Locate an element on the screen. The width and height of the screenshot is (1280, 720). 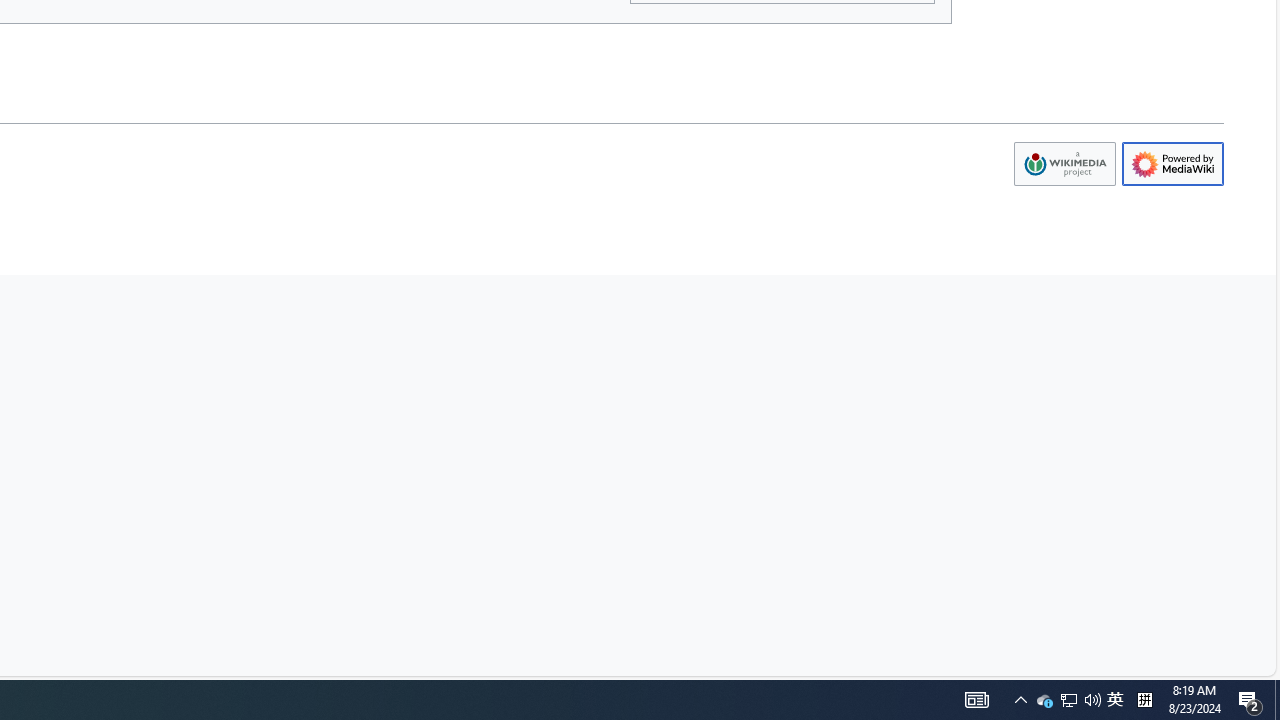
'Wikimedia Foundation' is located at coordinates (1063, 163).